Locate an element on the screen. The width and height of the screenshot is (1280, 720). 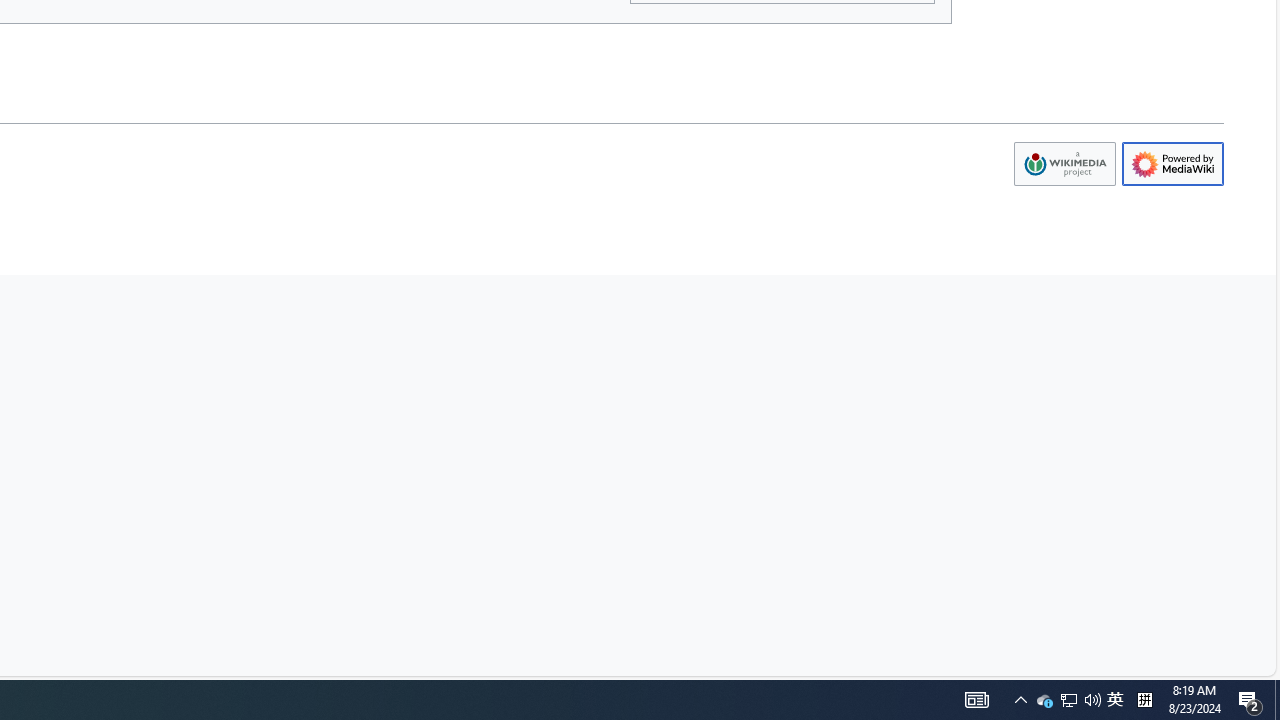
'Wikimedia Foundation' is located at coordinates (1063, 163).